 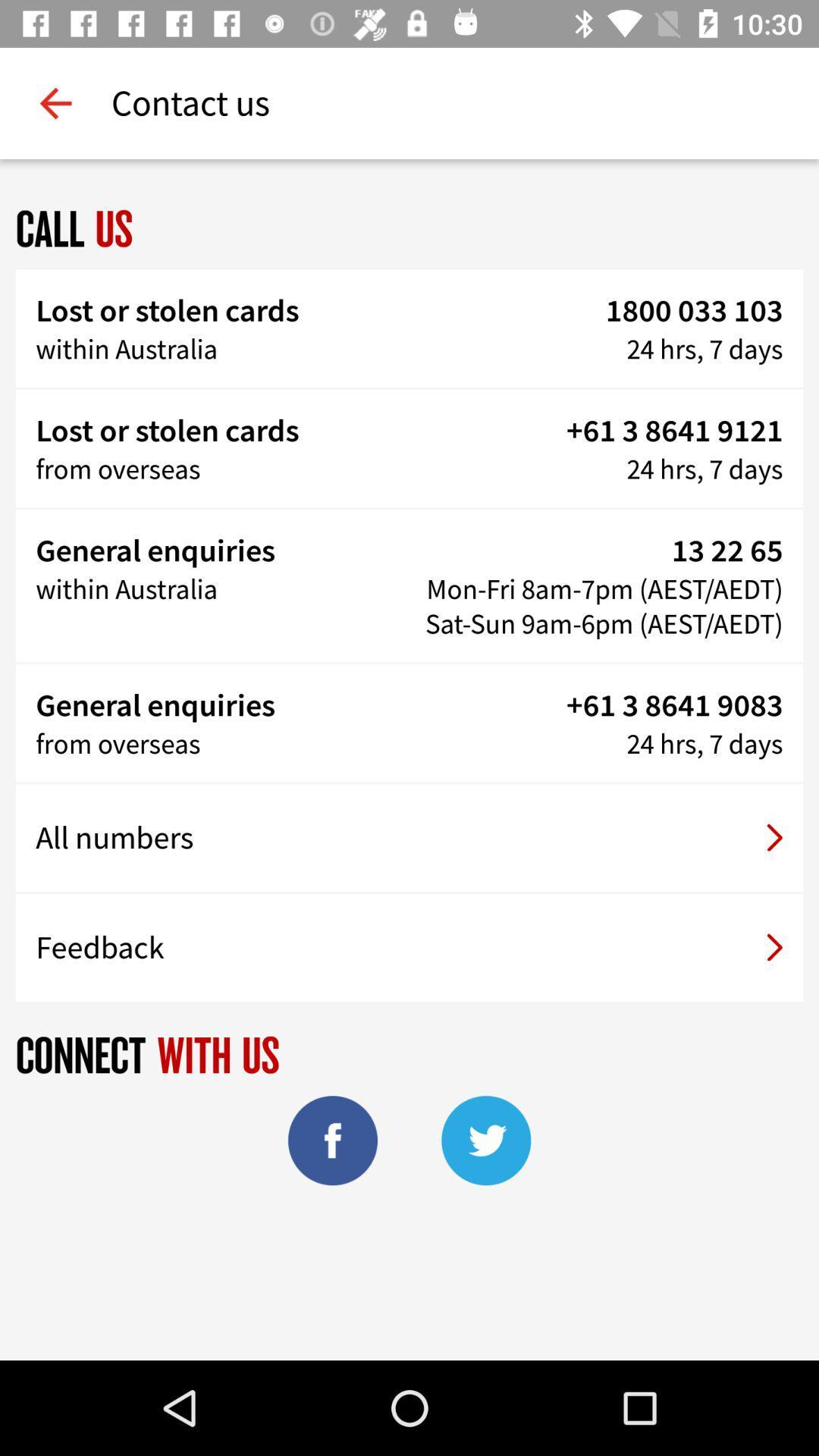 I want to click on the facebook icon, so click(x=331, y=1141).